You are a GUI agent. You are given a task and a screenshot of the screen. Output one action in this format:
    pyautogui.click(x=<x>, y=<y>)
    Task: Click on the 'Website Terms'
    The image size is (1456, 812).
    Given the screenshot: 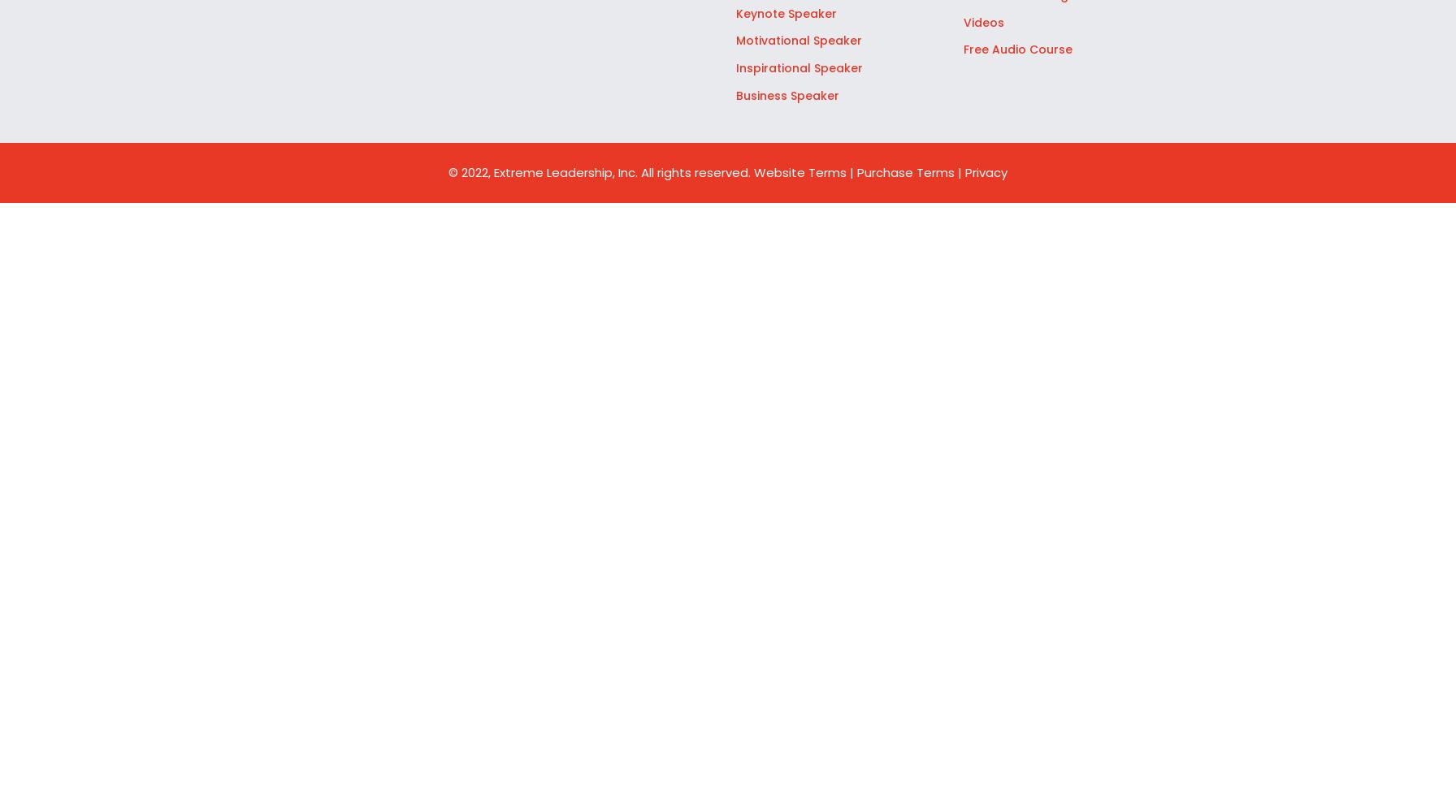 What is the action you would take?
    pyautogui.click(x=802, y=171)
    